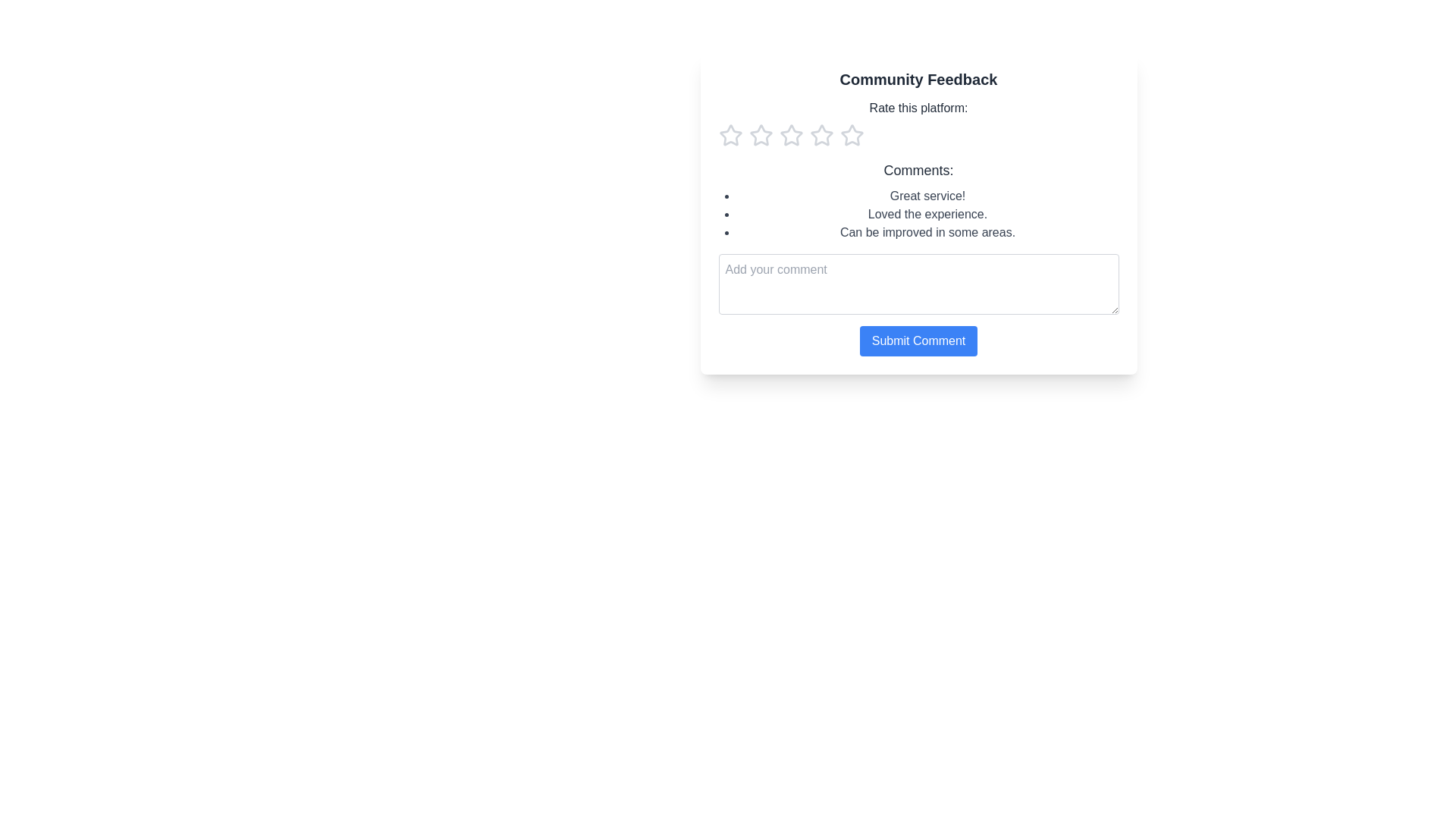 This screenshot has width=1456, height=819. What do you see at coordinates (821, 134) in the screenshot?
I see `the second star icon in the rating system, which is part of a set of five horizontally aligned stars labeled 'Rate this platform:'` at bounding box center [821, 134].